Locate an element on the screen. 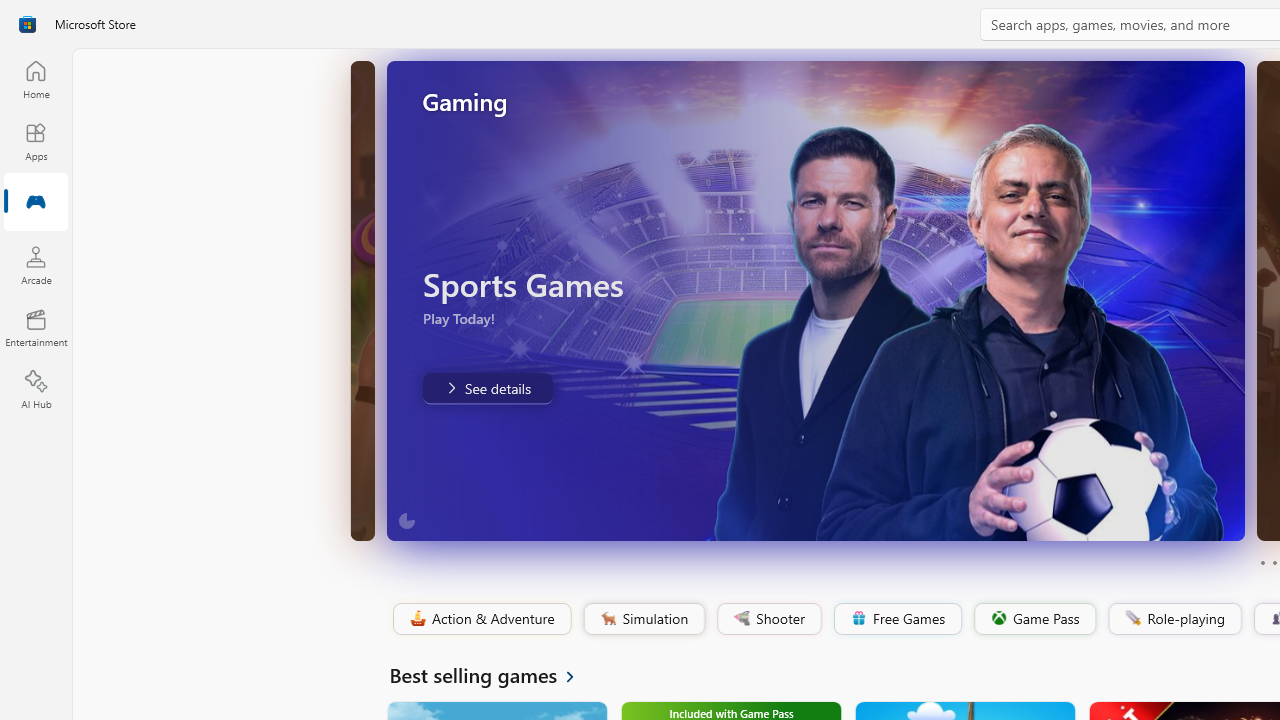 This screenshot has height=720, width=1280. 'Gaming' is located at coordinates (35, 203).